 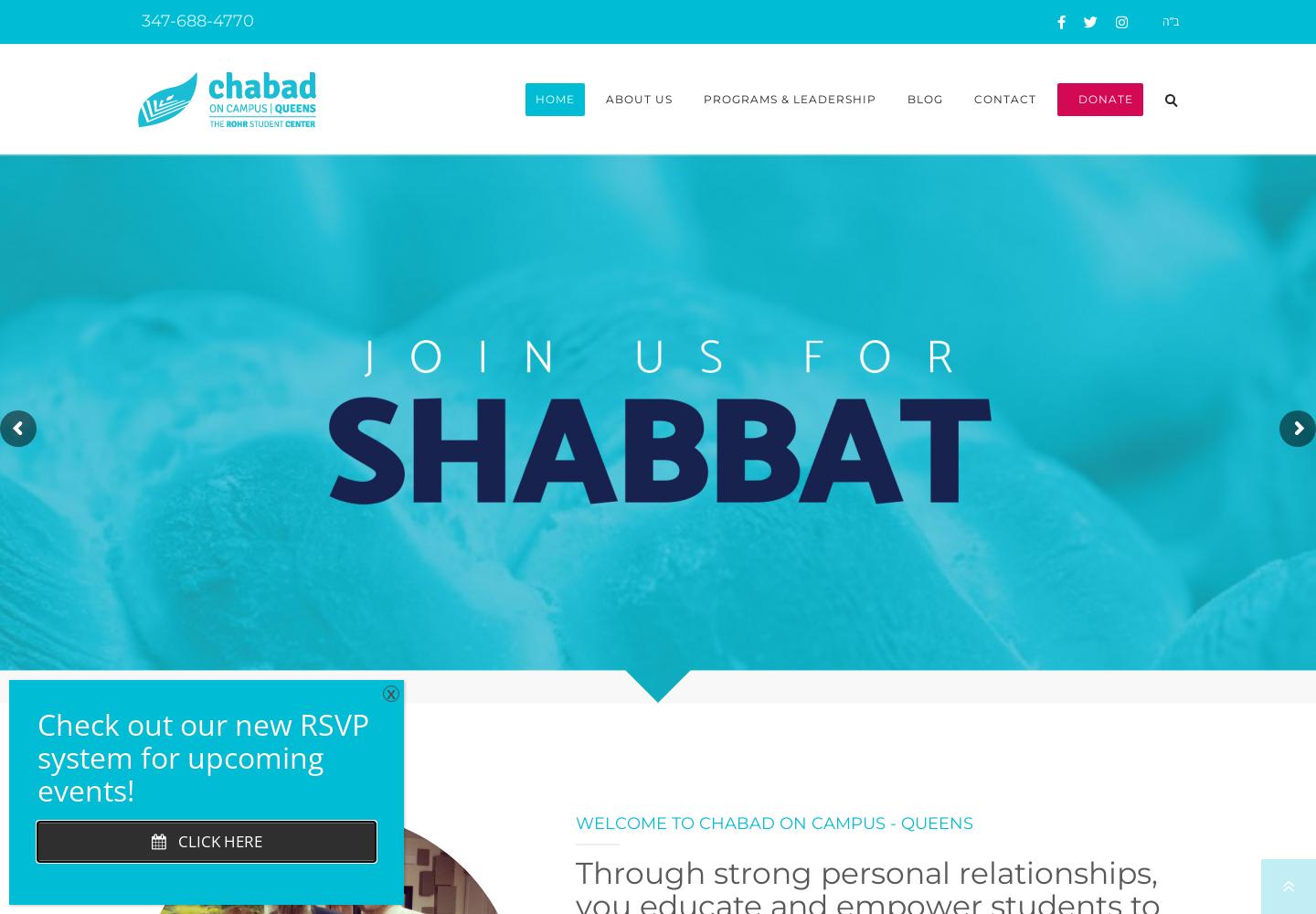 I want to click on '347-688-4770', so click(x=195, y=21).